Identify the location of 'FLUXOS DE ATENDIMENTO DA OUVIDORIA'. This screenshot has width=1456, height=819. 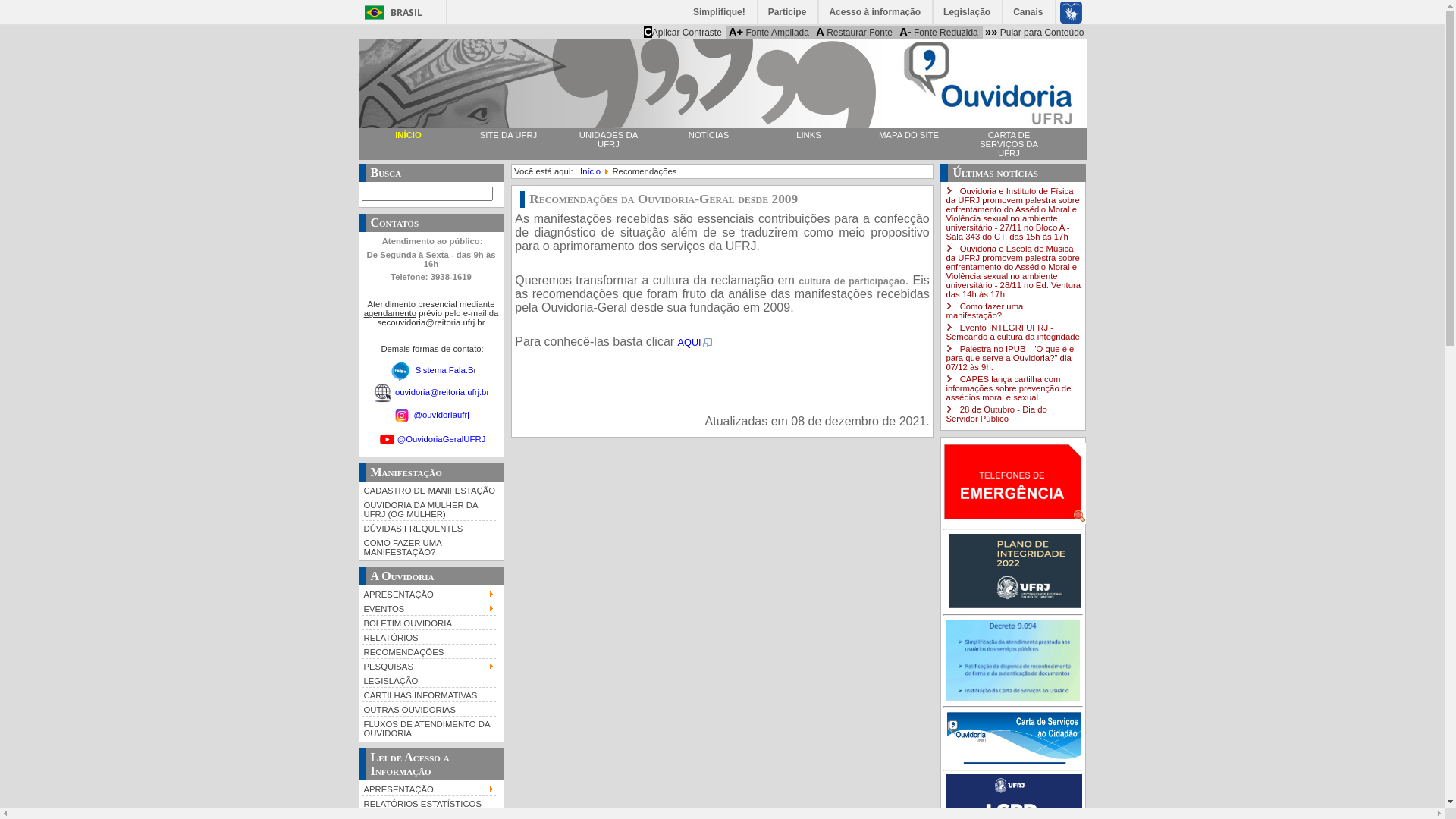
(428, 726).